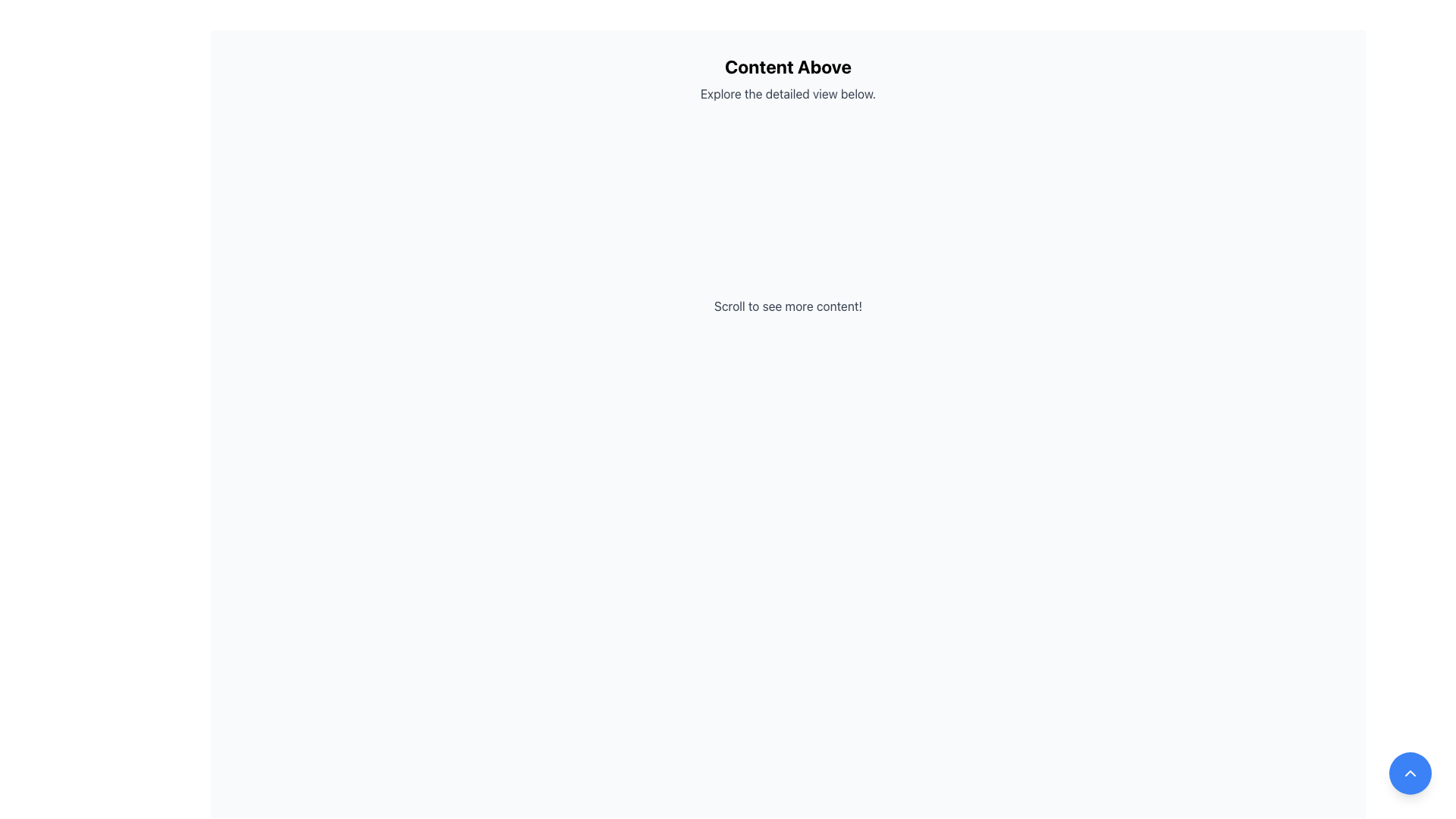  What do you see at coordinates (1410, 773) in the screenshot?
I see `the circular blue button located at the bottom-right corner of the interface to scroll to the top` at bounding box center [1410, 773].